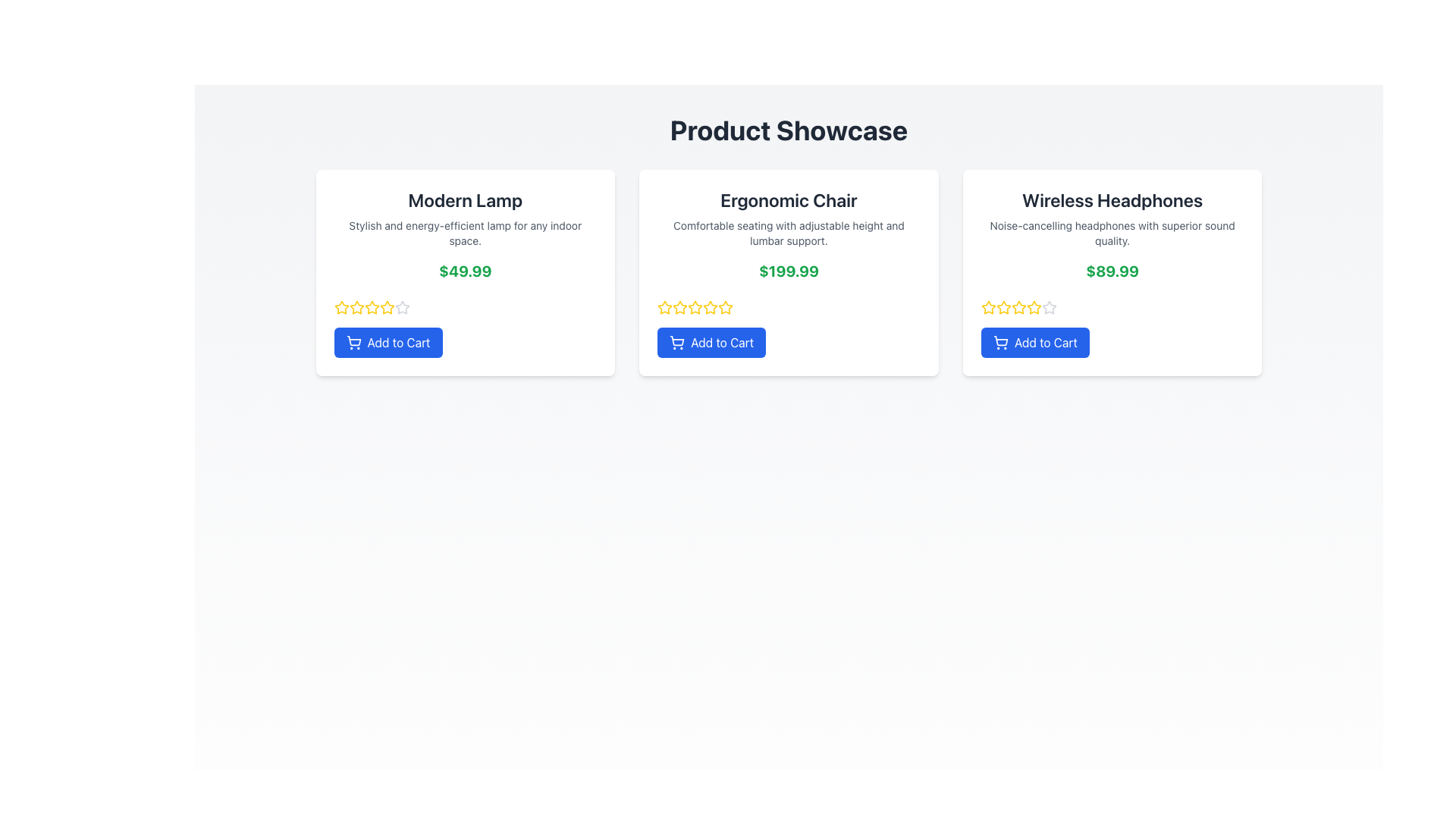 Image resolution: width=1456 pixels, height=819 pixels. Describe the element at coordinates (711, 342) in the screenshot. I see `the 'Add to Cart' button located at the bottom section of the middle product card for 'Ergonomic Chair'` at that location.